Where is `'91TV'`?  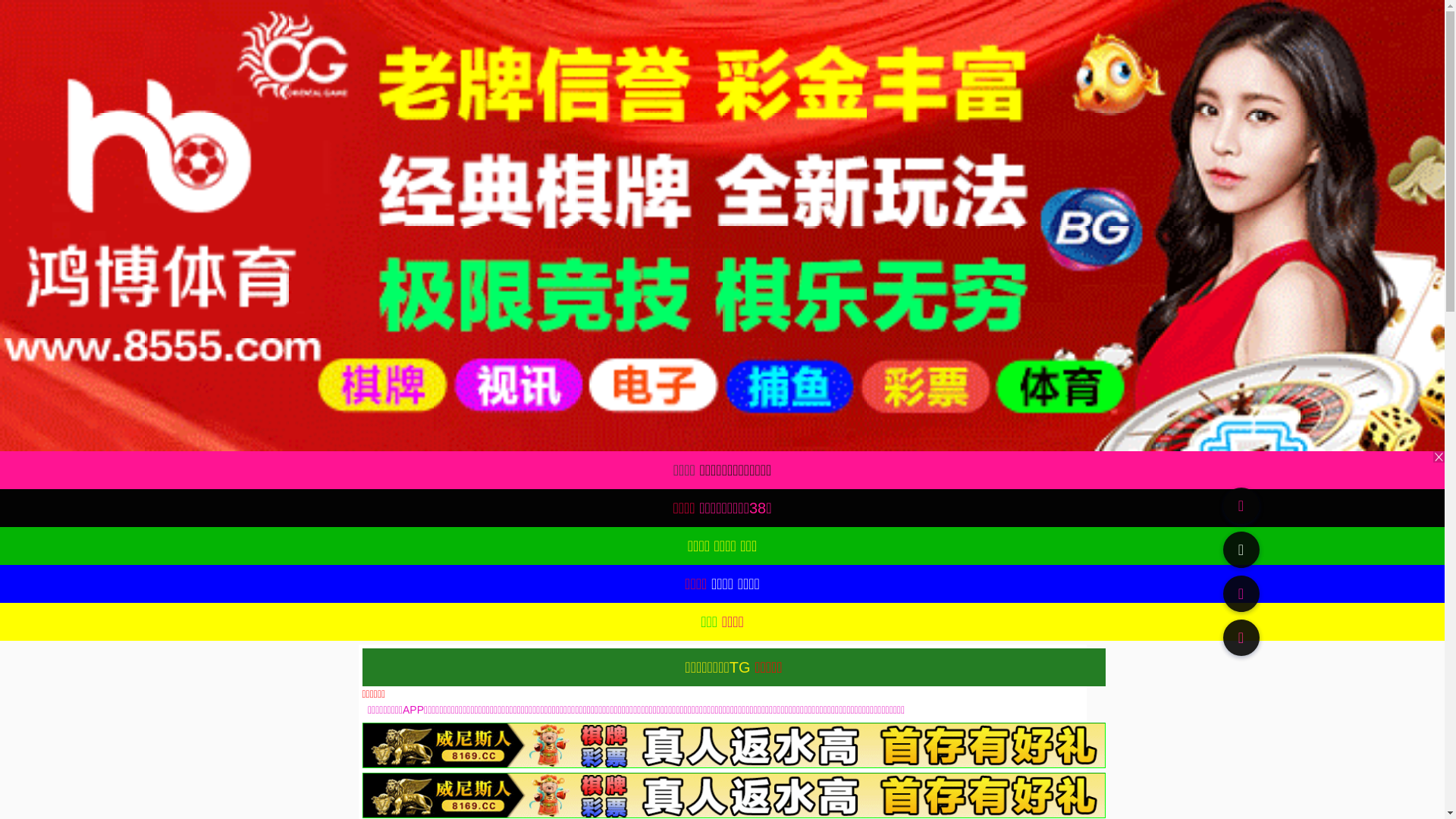
'91TV' is located at coordinates (1241, 593).